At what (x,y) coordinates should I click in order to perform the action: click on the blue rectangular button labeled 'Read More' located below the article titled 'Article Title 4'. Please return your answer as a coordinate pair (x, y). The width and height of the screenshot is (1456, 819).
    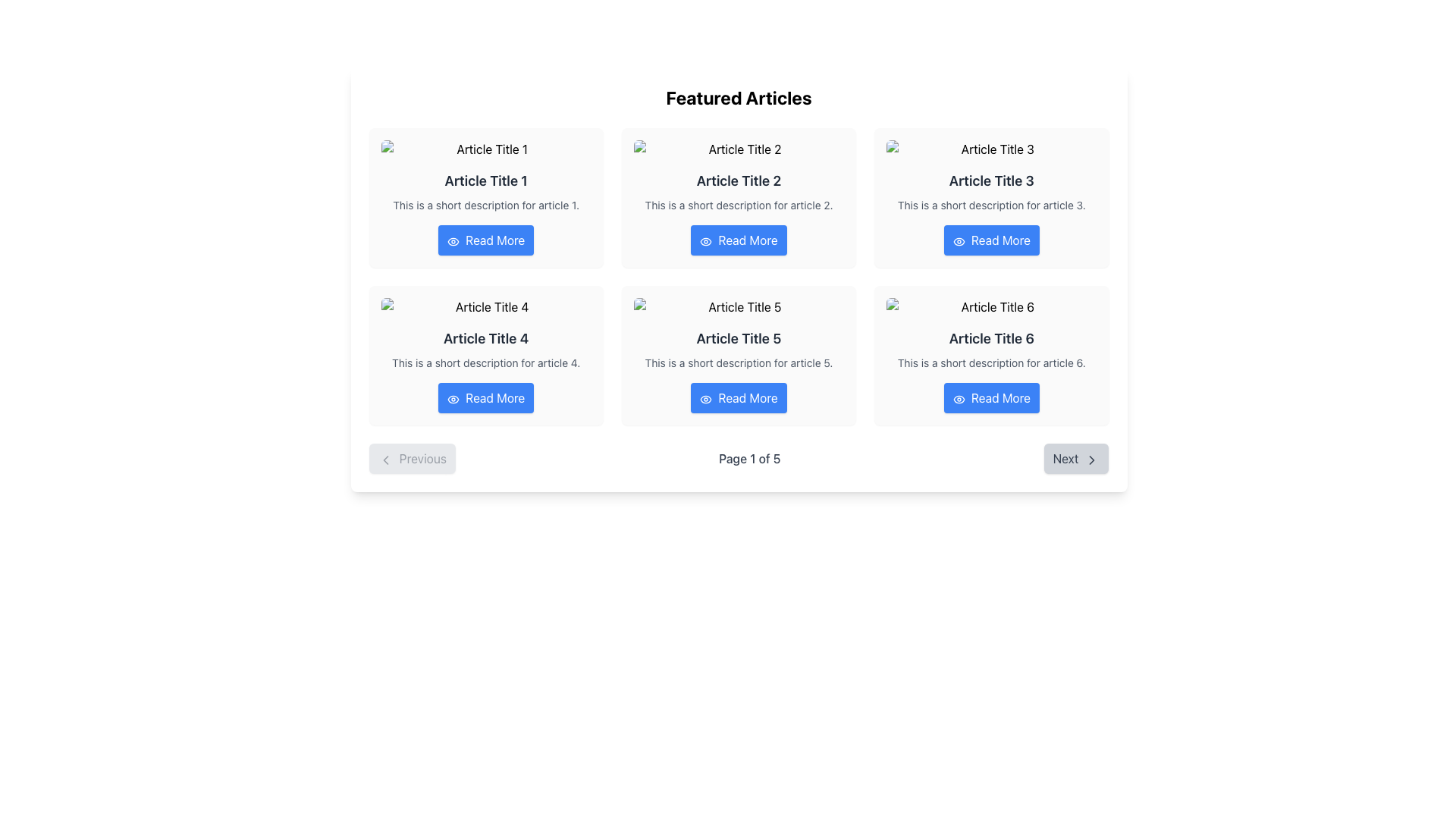
    Looking at the image, I should click on (486, 397).